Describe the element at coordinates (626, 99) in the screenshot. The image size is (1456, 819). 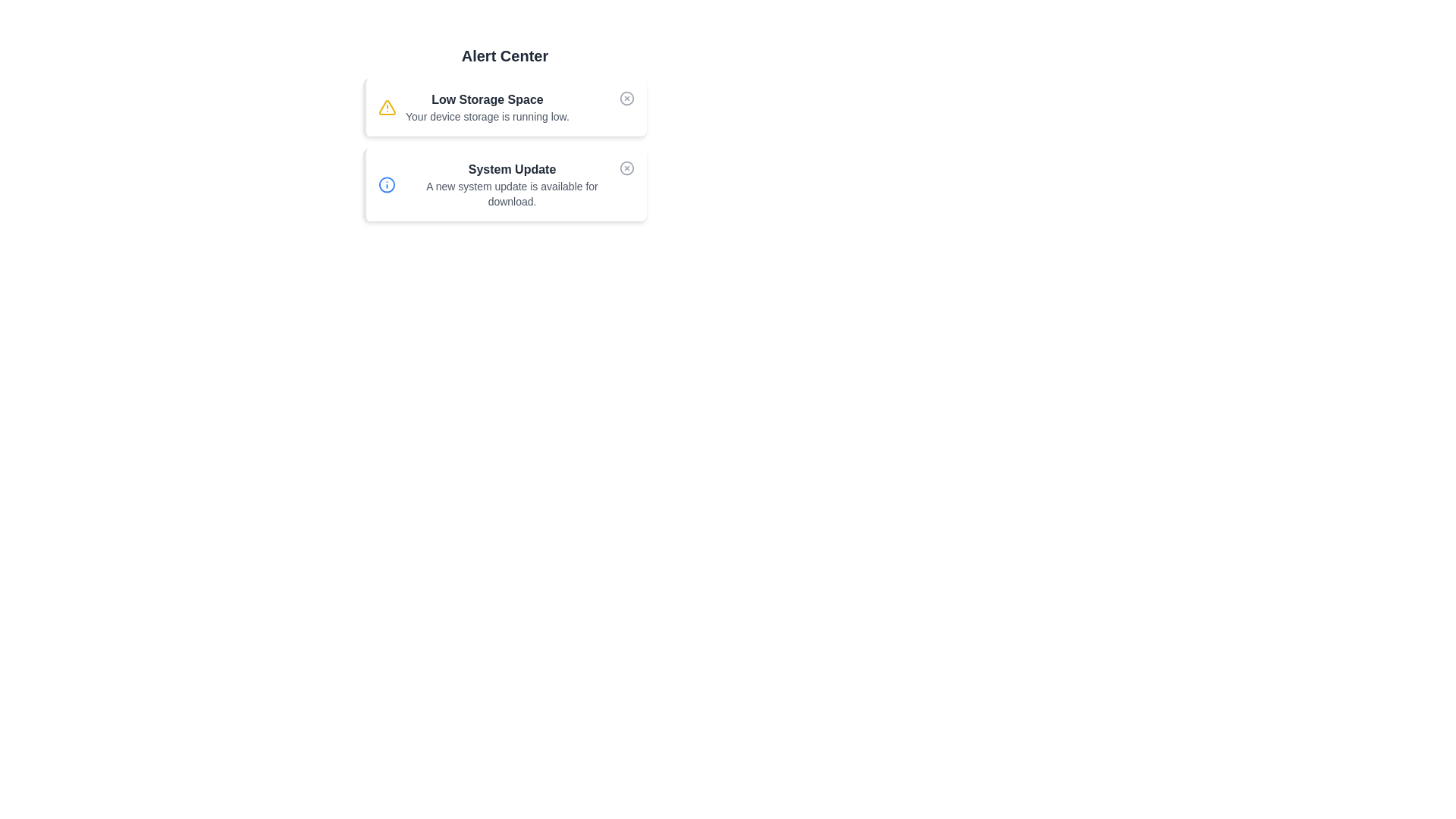
I see `the dismiss button for the alert titled 'Low Storage Space'` at that location.